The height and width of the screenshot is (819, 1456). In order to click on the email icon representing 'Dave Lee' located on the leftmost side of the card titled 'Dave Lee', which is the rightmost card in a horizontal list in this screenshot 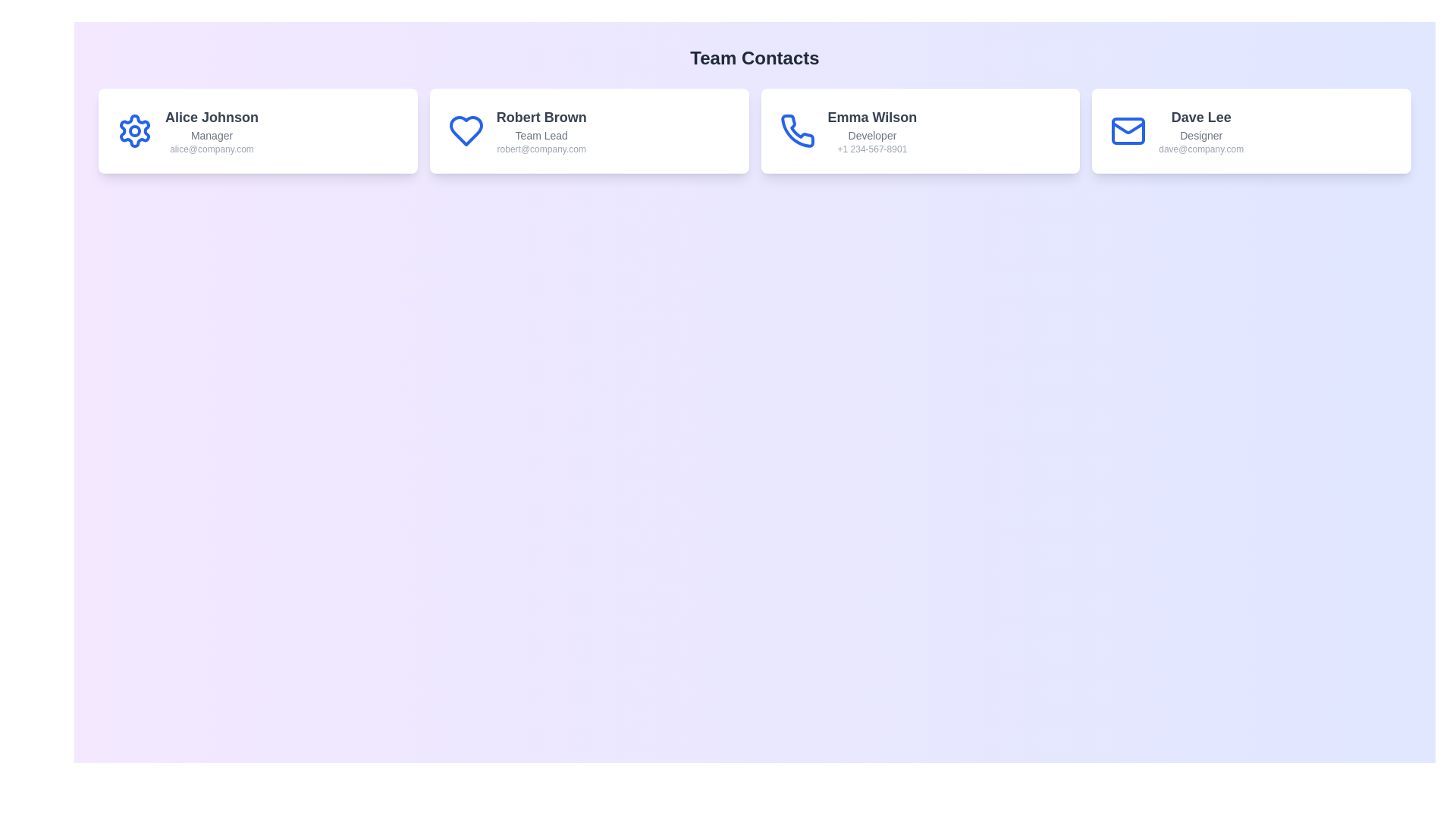, I will do `click(1128, 130)`.